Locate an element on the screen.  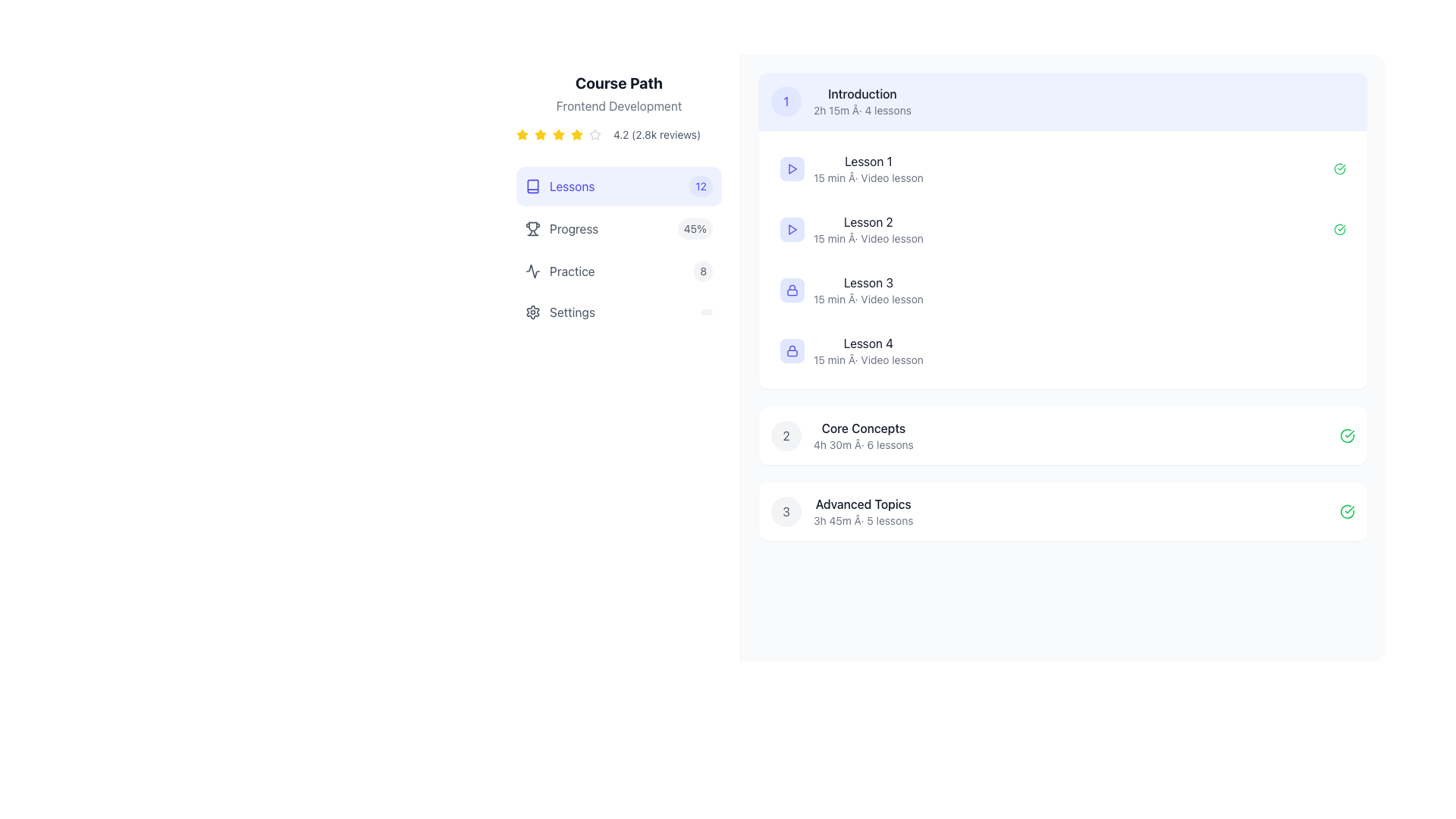
the locked lesson icon indicating that Lesson 4 is currently unavailable due to prerequisites or permissions is located at coordinates (792, 350).